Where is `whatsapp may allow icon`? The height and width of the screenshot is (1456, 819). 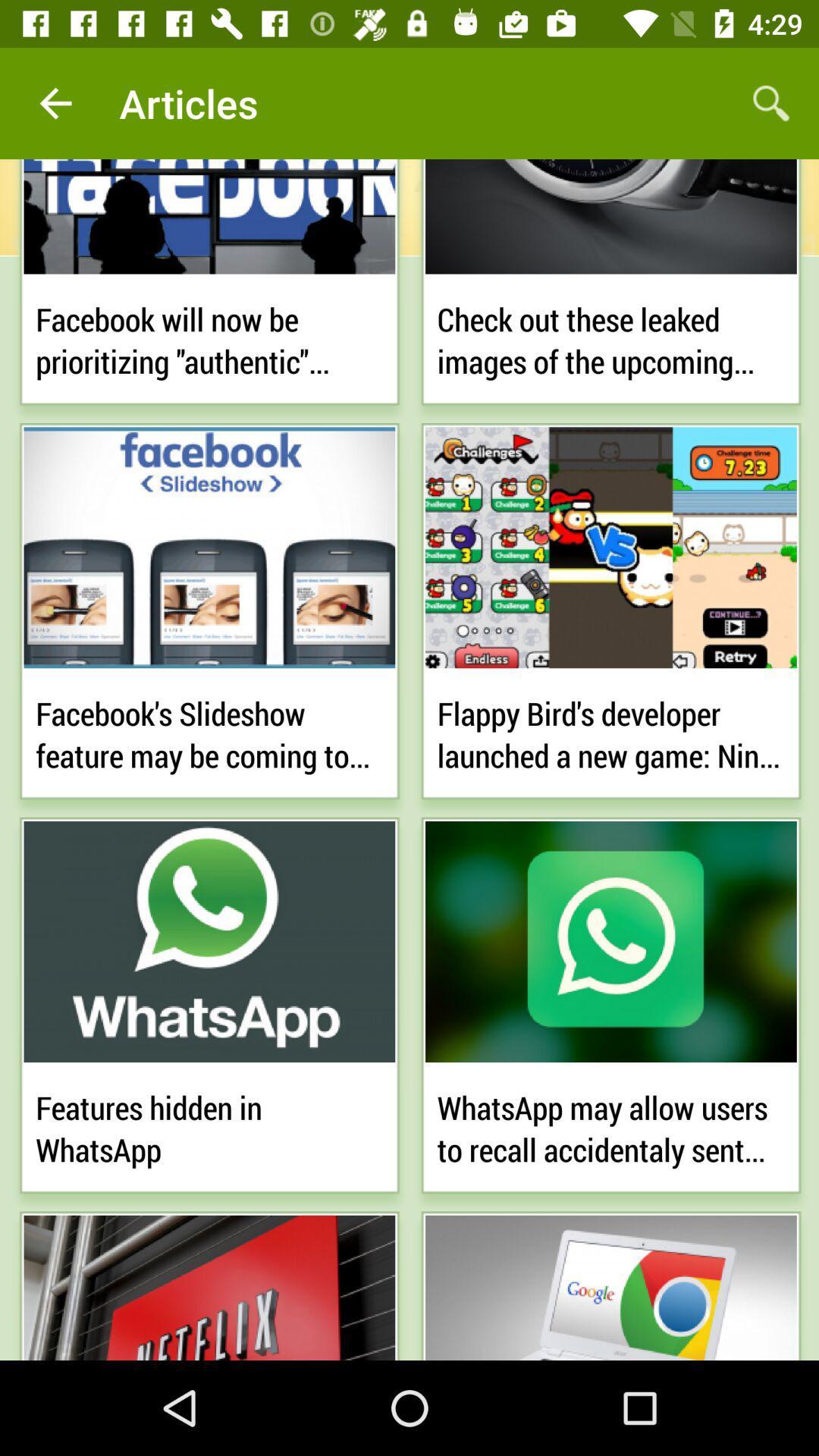 whatsapp may allow icon is located at coordinates (610, 1125).